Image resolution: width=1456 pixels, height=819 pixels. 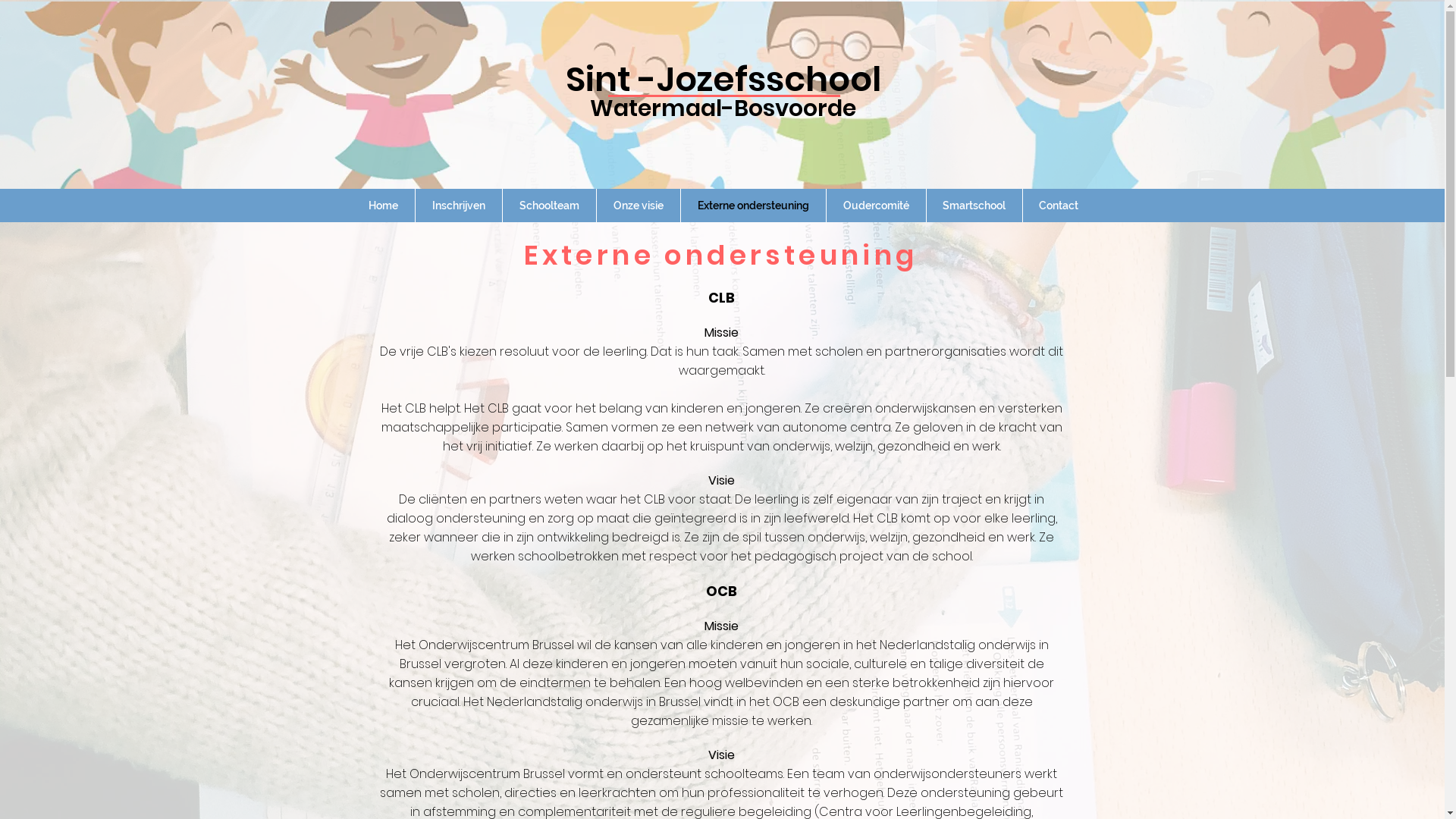 What do you see at coordinates (548, 205) in the screenshot?
I see `'Schoolteam'` at bounding box center [548, 205].